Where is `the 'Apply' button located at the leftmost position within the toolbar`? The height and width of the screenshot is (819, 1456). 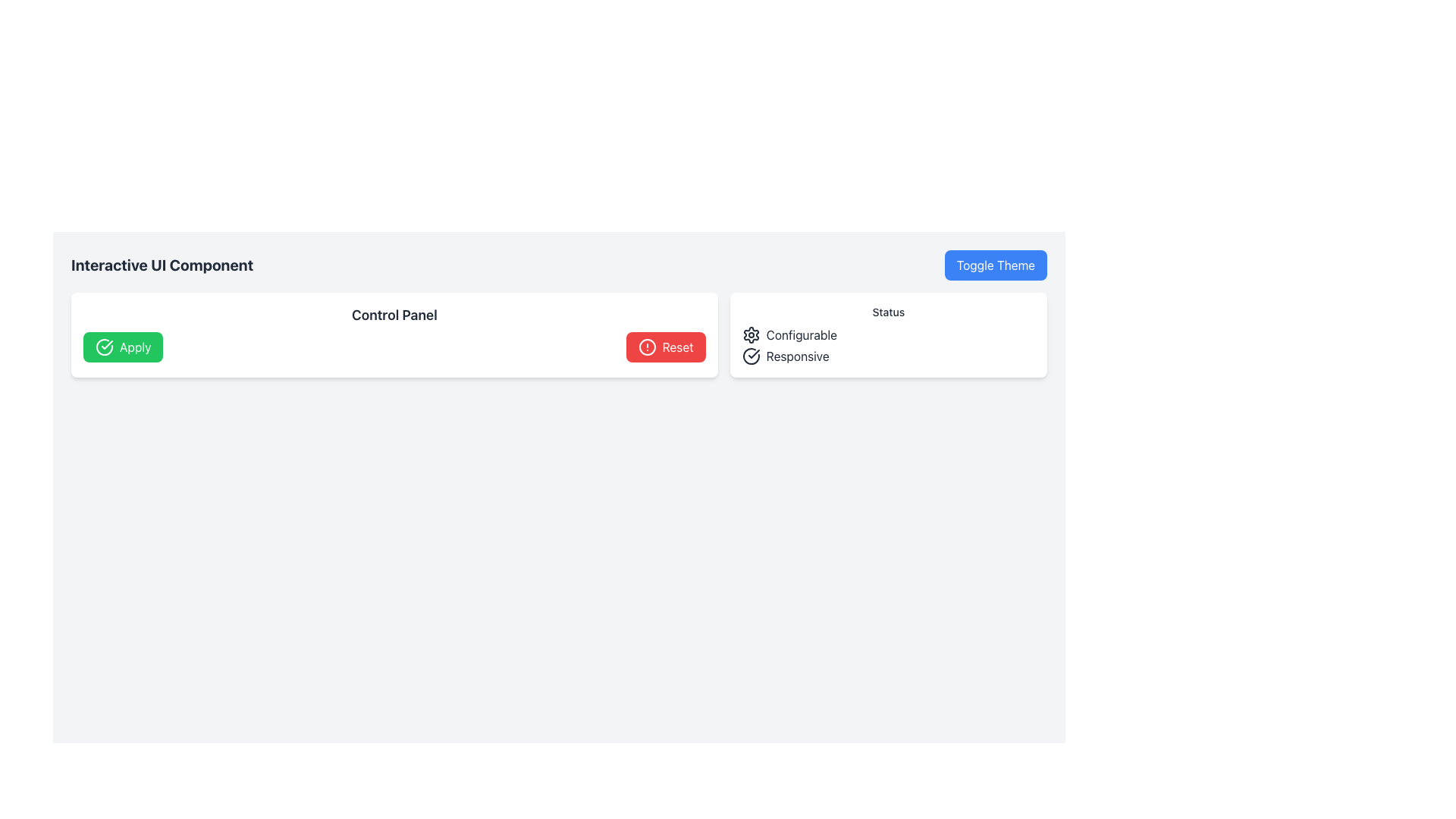 the 'Apply' button located at the leftmost position within the toolbar is located at coordinates (123, 347).